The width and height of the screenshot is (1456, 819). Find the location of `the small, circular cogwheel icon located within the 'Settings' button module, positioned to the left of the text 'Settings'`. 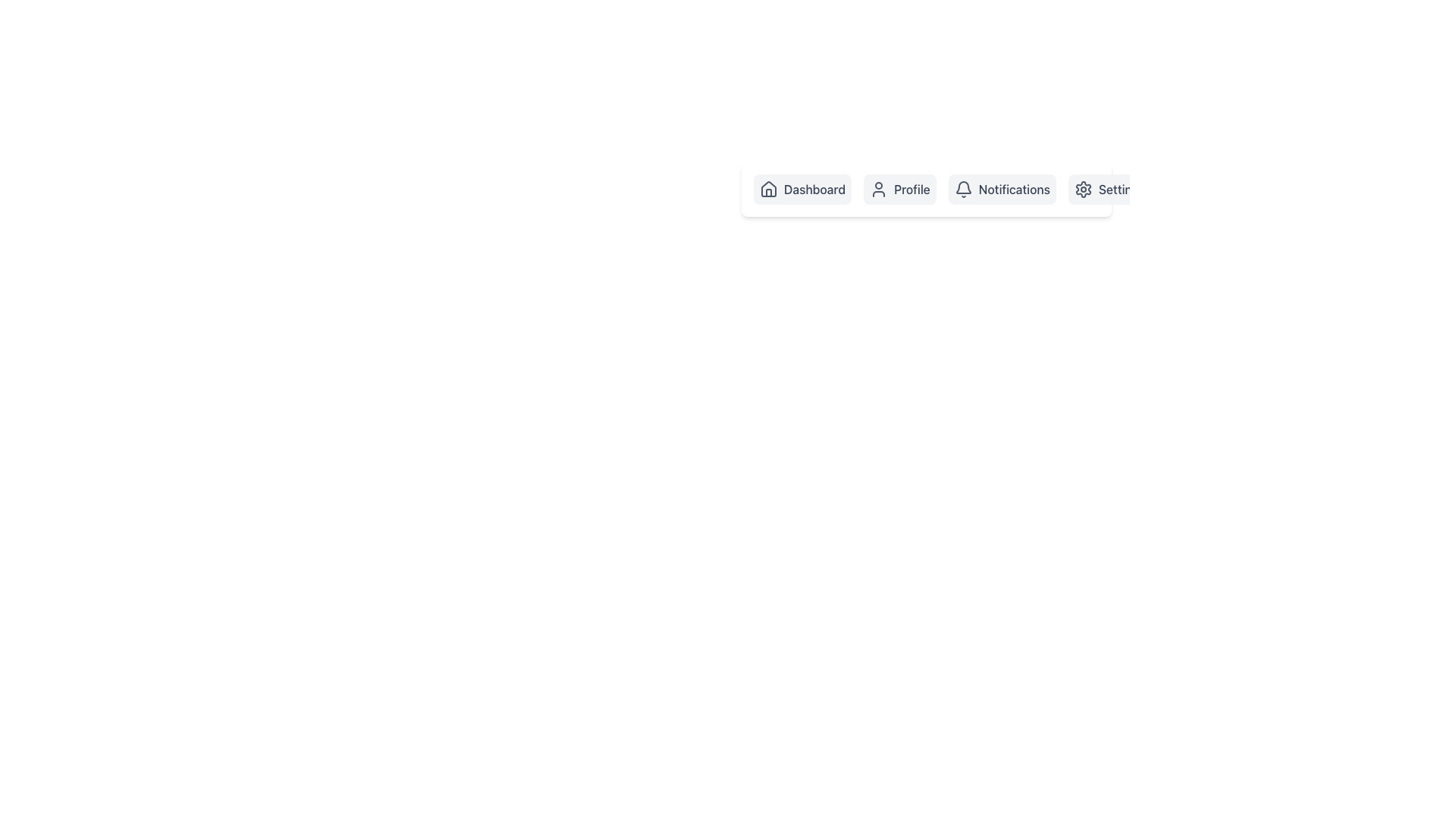

the small, circular cogwheel icon located within the 'Settings' button module, positioned to the left of the text 'Settings' is located at coordinates (1082, 189).